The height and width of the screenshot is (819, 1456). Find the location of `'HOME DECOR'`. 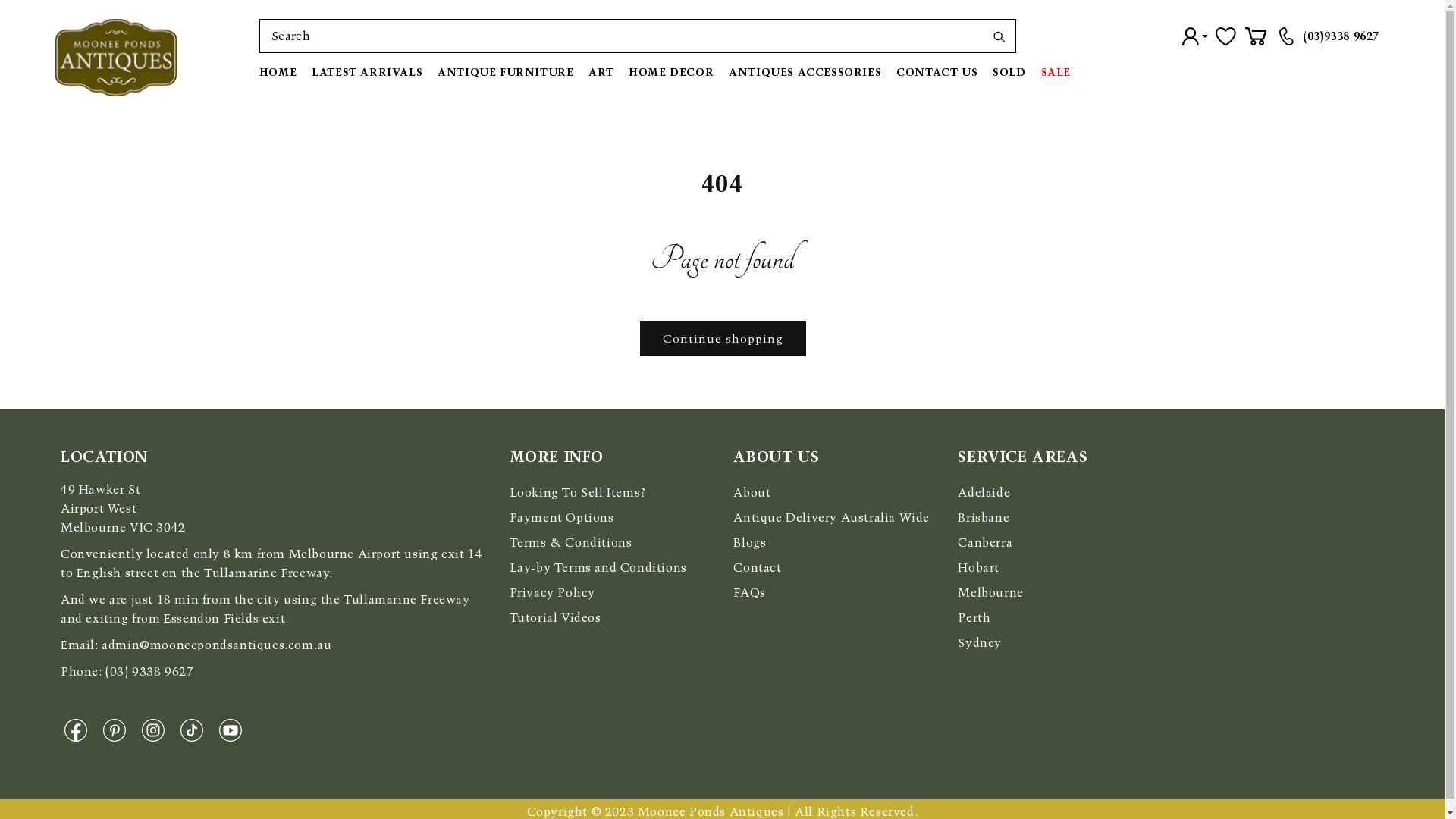

'HOME DECOR' is located at coordinates (670, 72).